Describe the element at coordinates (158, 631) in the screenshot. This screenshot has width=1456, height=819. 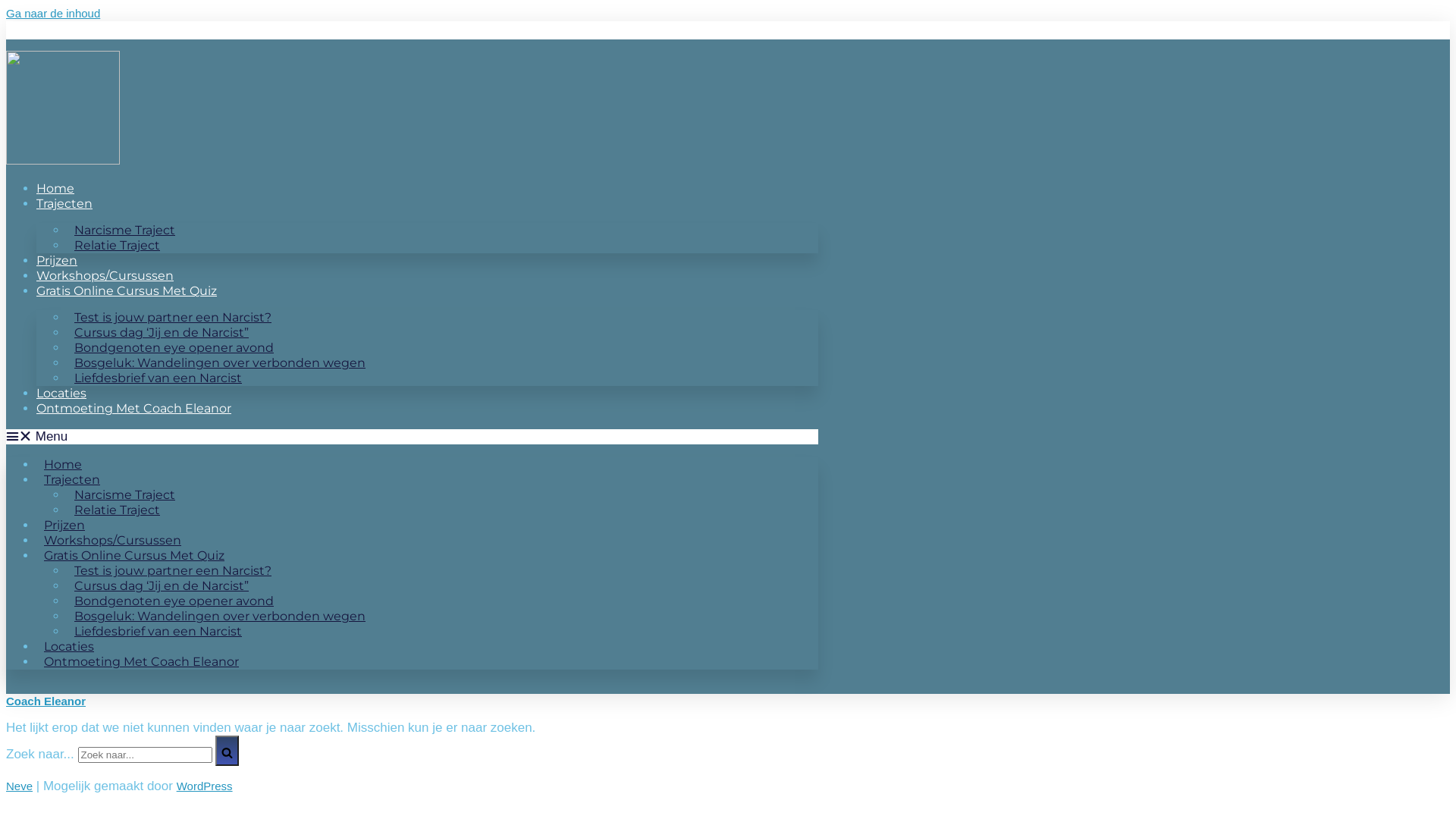
I see `'Liefdesbrief van een Narcist'` at that location.